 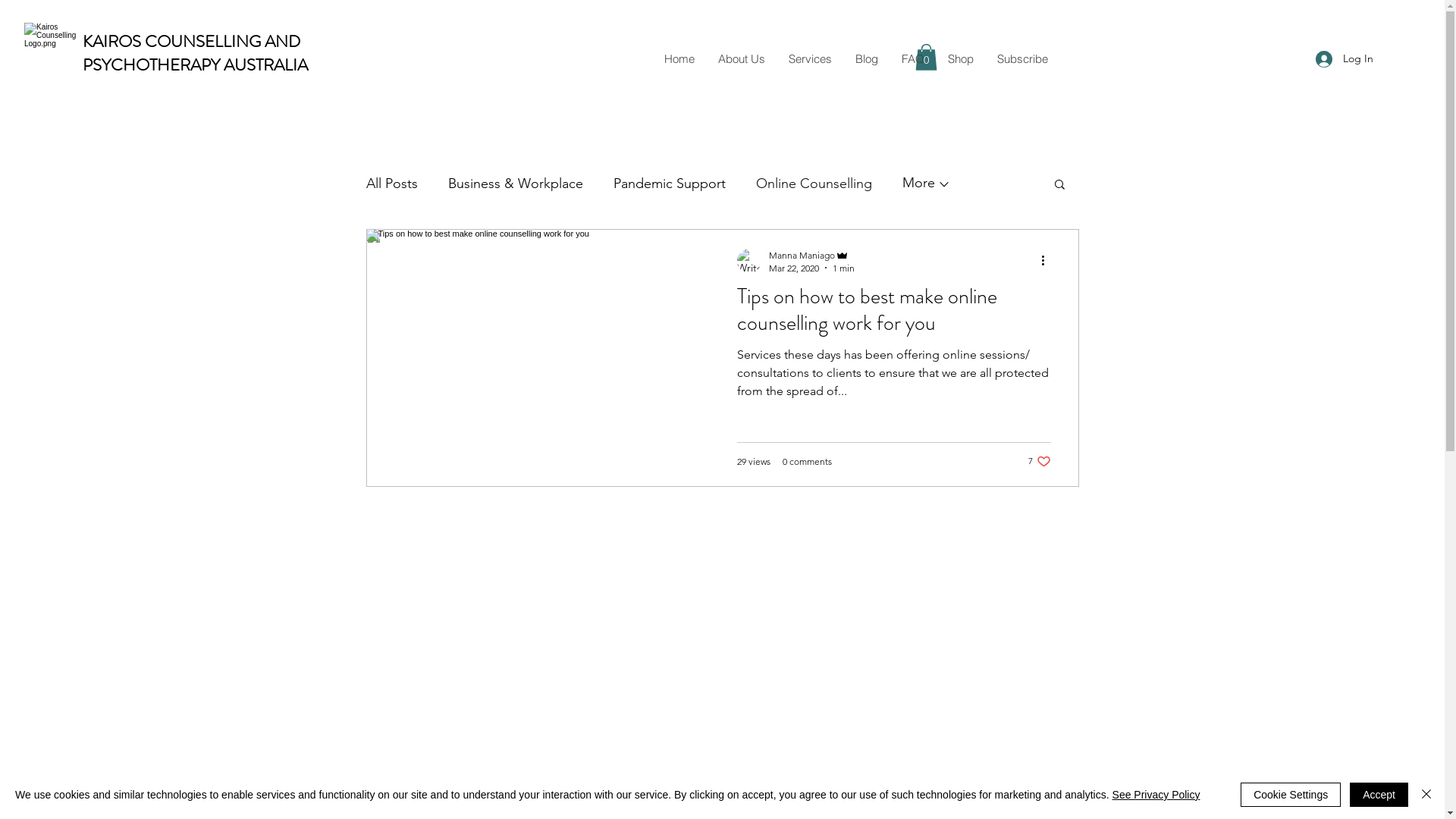 What do you see at coordinates (911, 58) in the screenshot?
I see `'FAQ'` at bounding box center [911, 58].